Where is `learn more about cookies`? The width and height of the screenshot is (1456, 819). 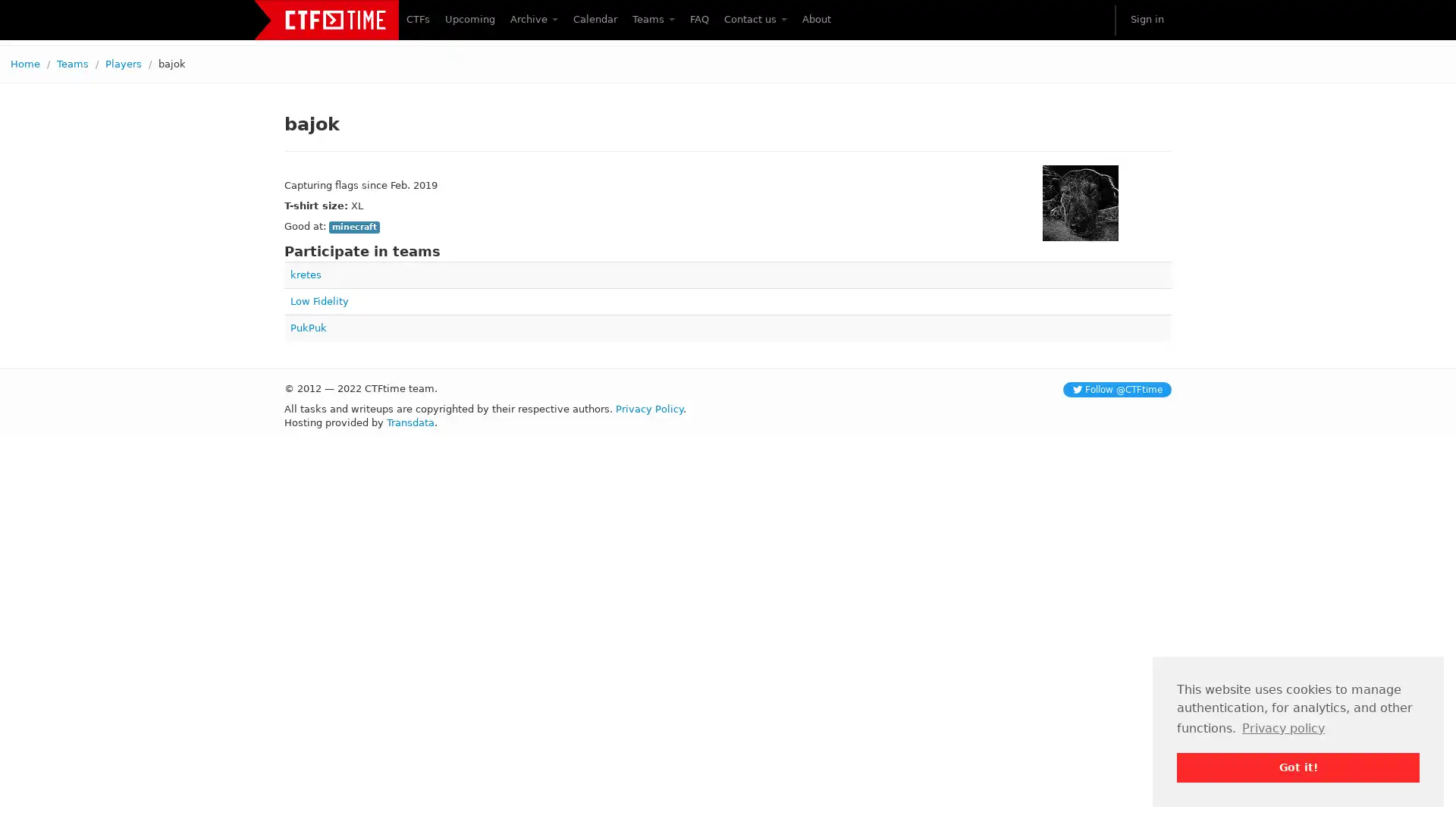 learn more about cookies is located at coordinates (1282, 727).